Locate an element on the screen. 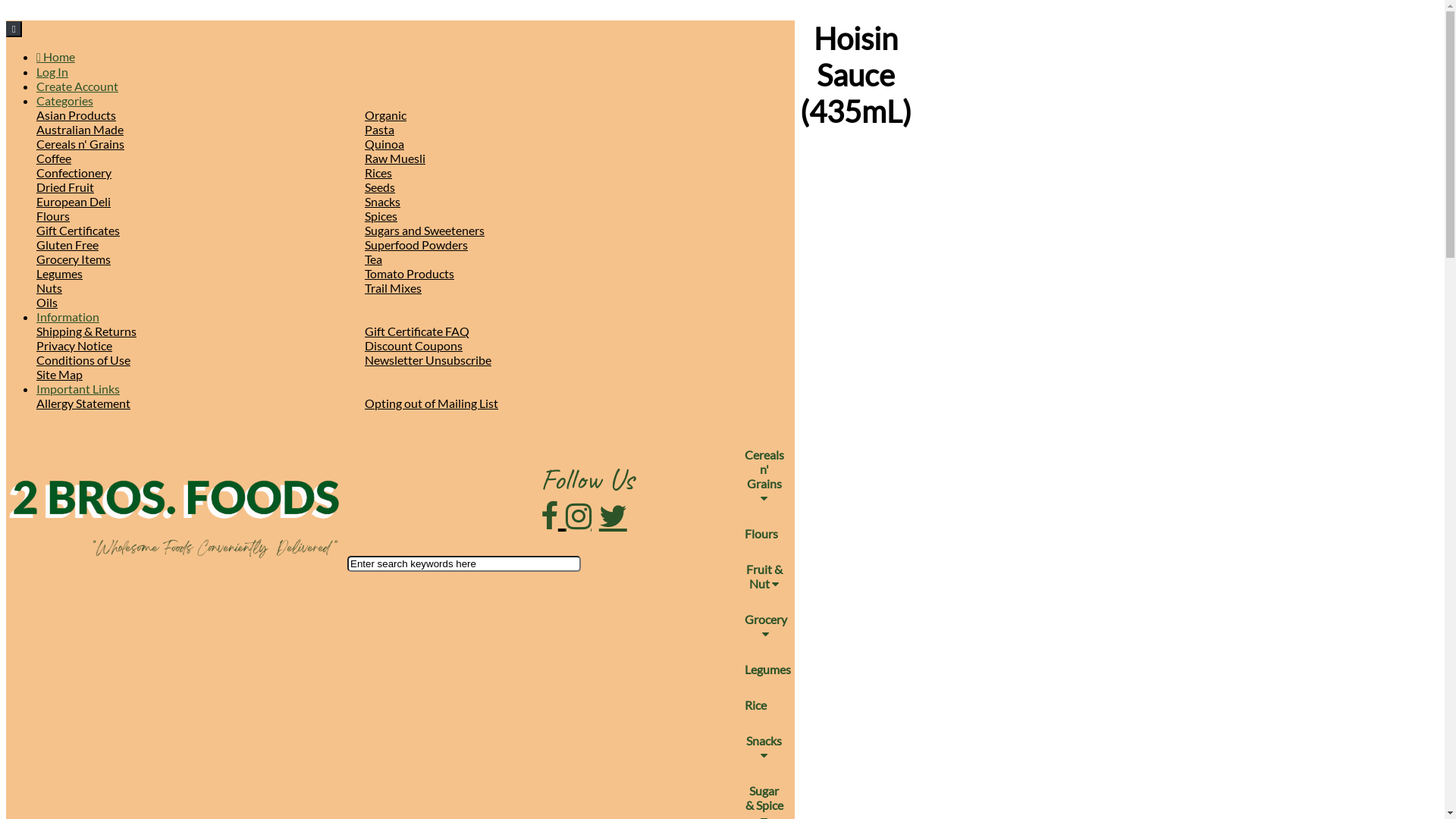 The width and height of the screenshot is (1456, 819). 'Grocery Items' is located at coordinates (72, 258).